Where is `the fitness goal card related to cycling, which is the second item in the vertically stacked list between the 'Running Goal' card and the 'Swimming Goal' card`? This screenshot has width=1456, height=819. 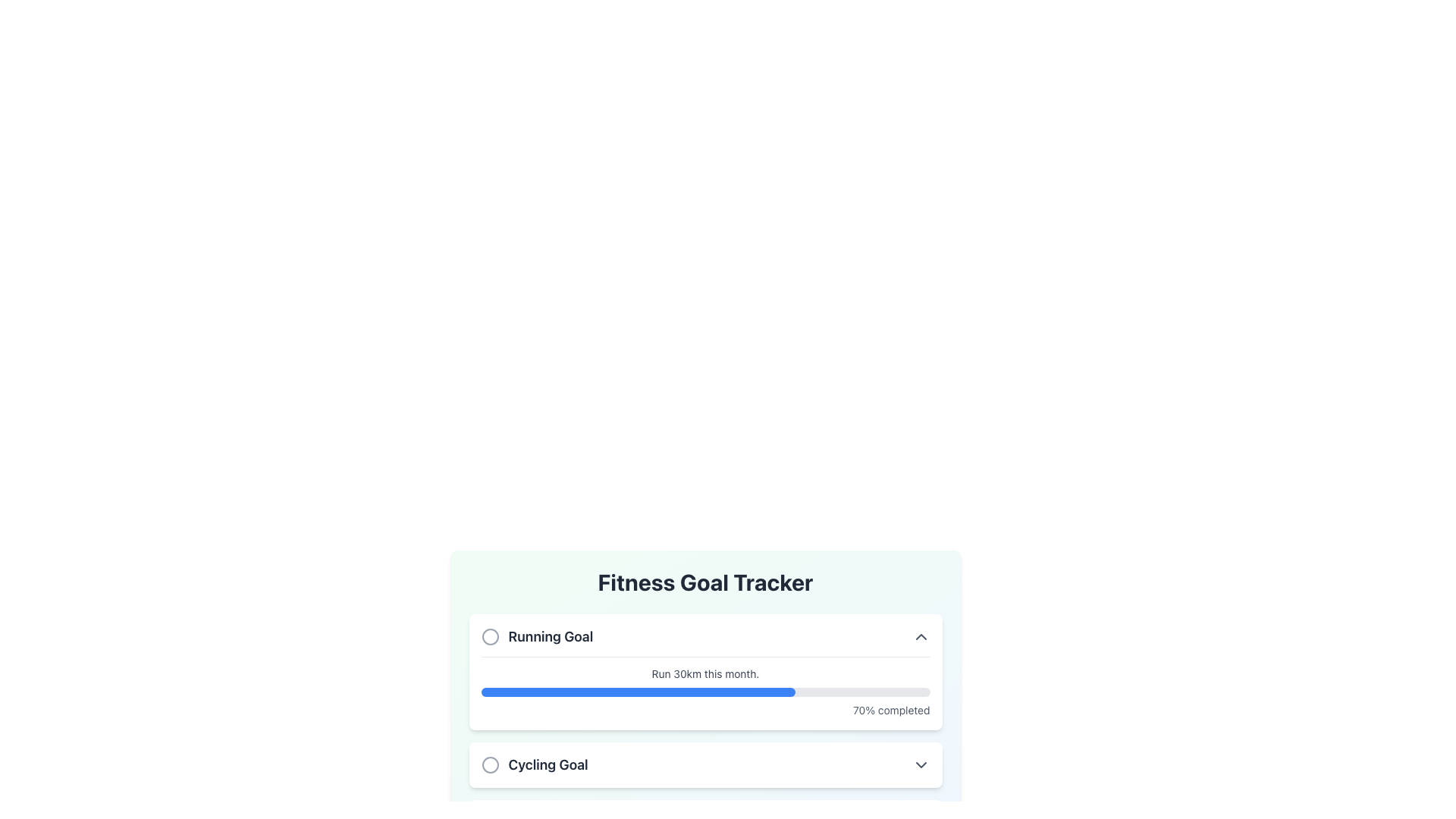
the fitness goal card related to cycling, which is the second item in the vertically stacked list between the 'Running Goal' card and the 'Swimming Goal' card is located at coordinates (704, 765).